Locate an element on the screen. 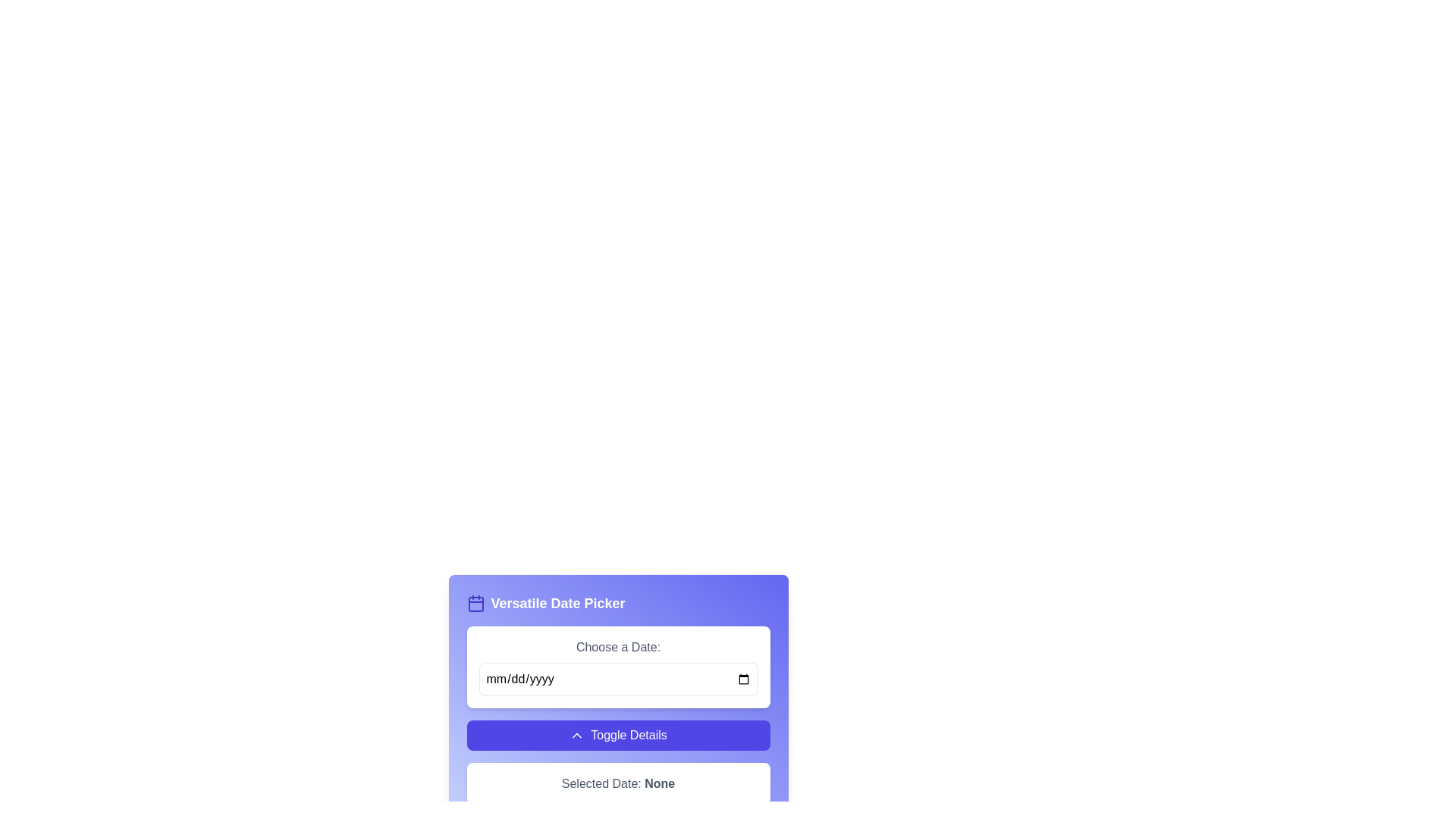 This screenshot has height=819, width=1456. text value displayed in the Text label representing the current date selection, located to the right of 'Selected Date:' under the 'Toggle Details' section is located at coordinates (660, 783).